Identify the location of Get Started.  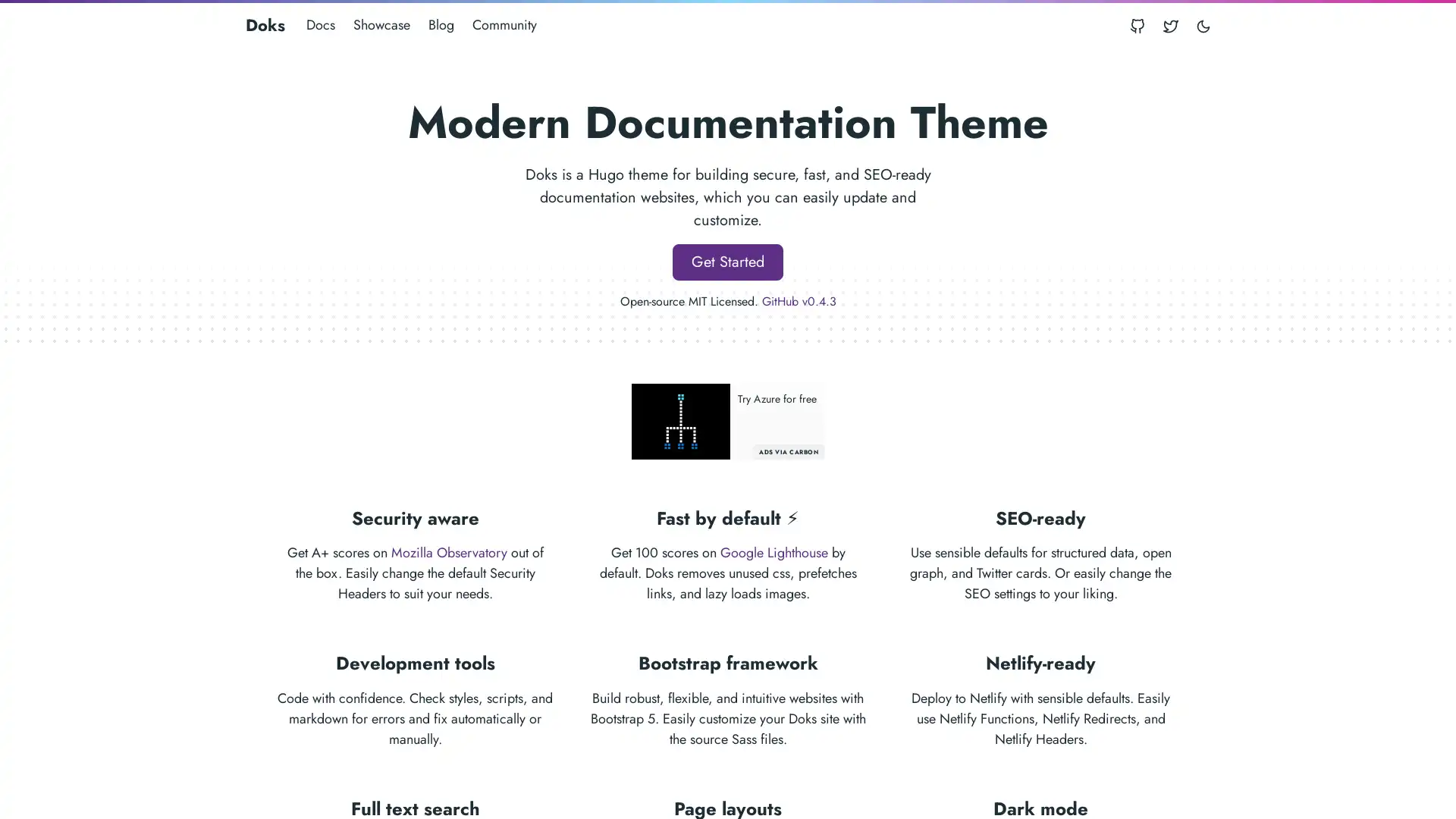
(728, 260).